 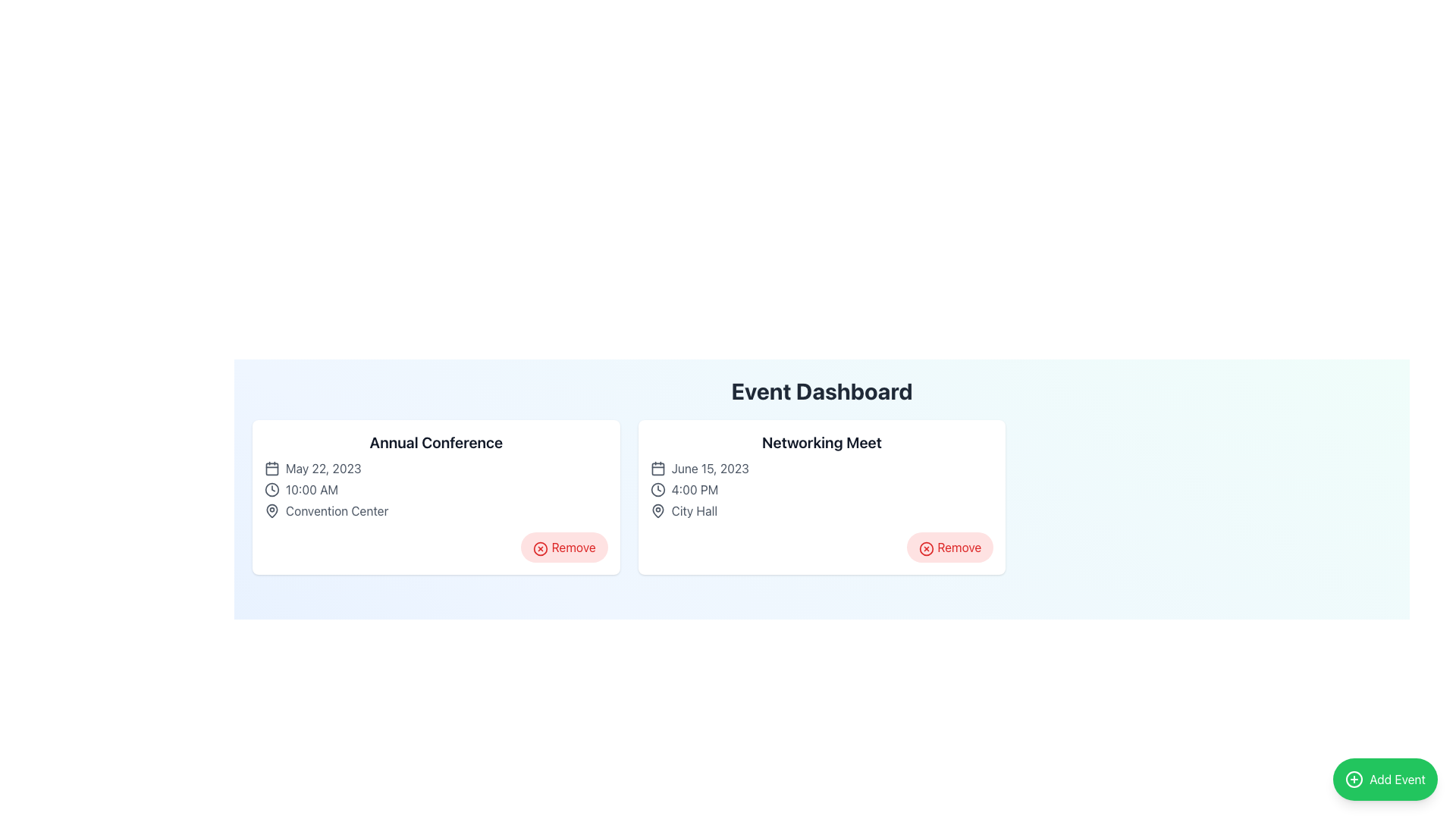 I want to click on text label displaying the date associated with the 'Annual Conference' event, which is located to the right of the calendar icon within the event card titled 'Annual Conference', so click(x=322, y=467).